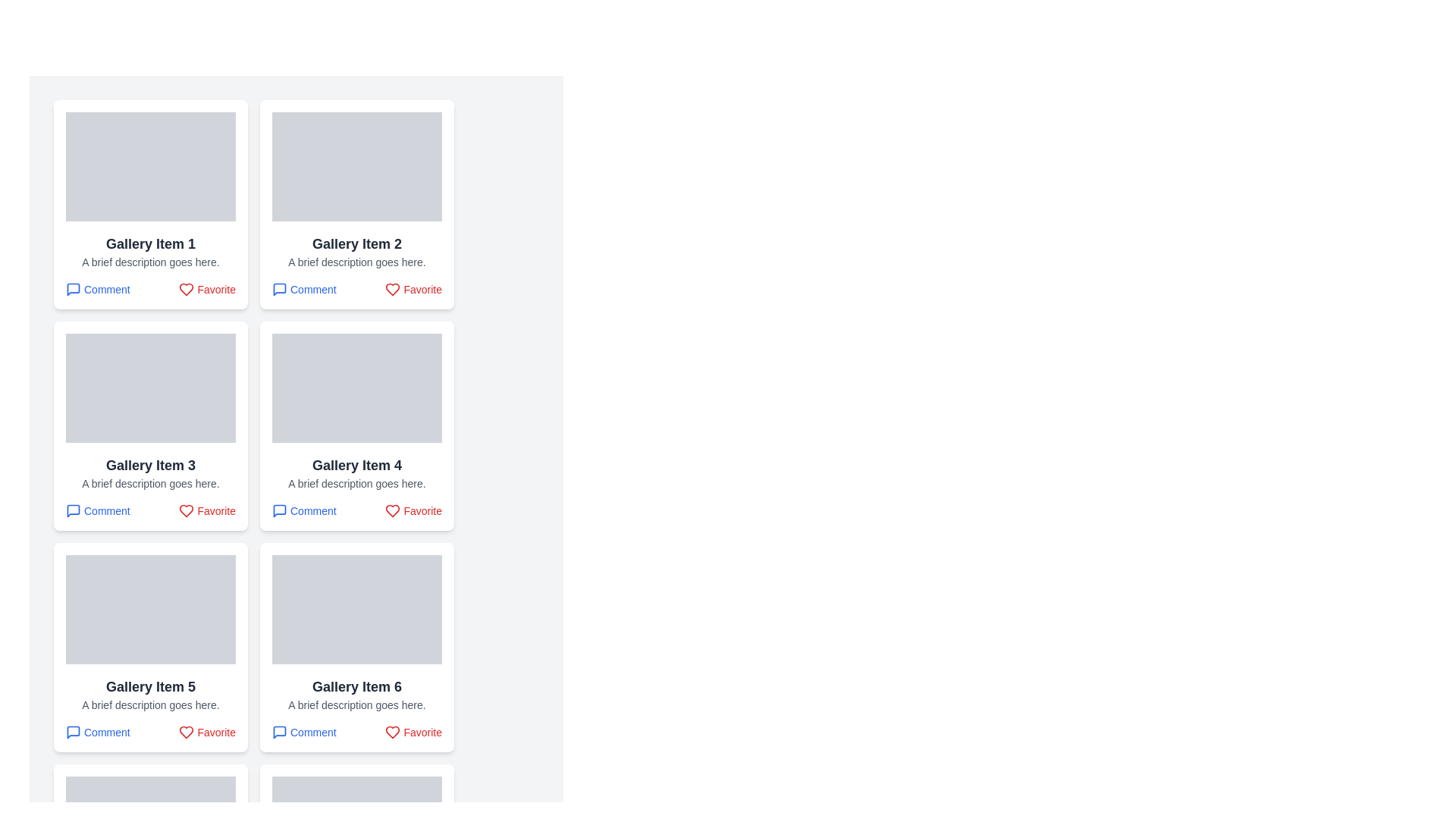 This screenshot has width=1456, height=819. Describe the element at coordinates (356, 464) in the screenshot. I see `the text label that serves as the title for the gallery item` at that location.